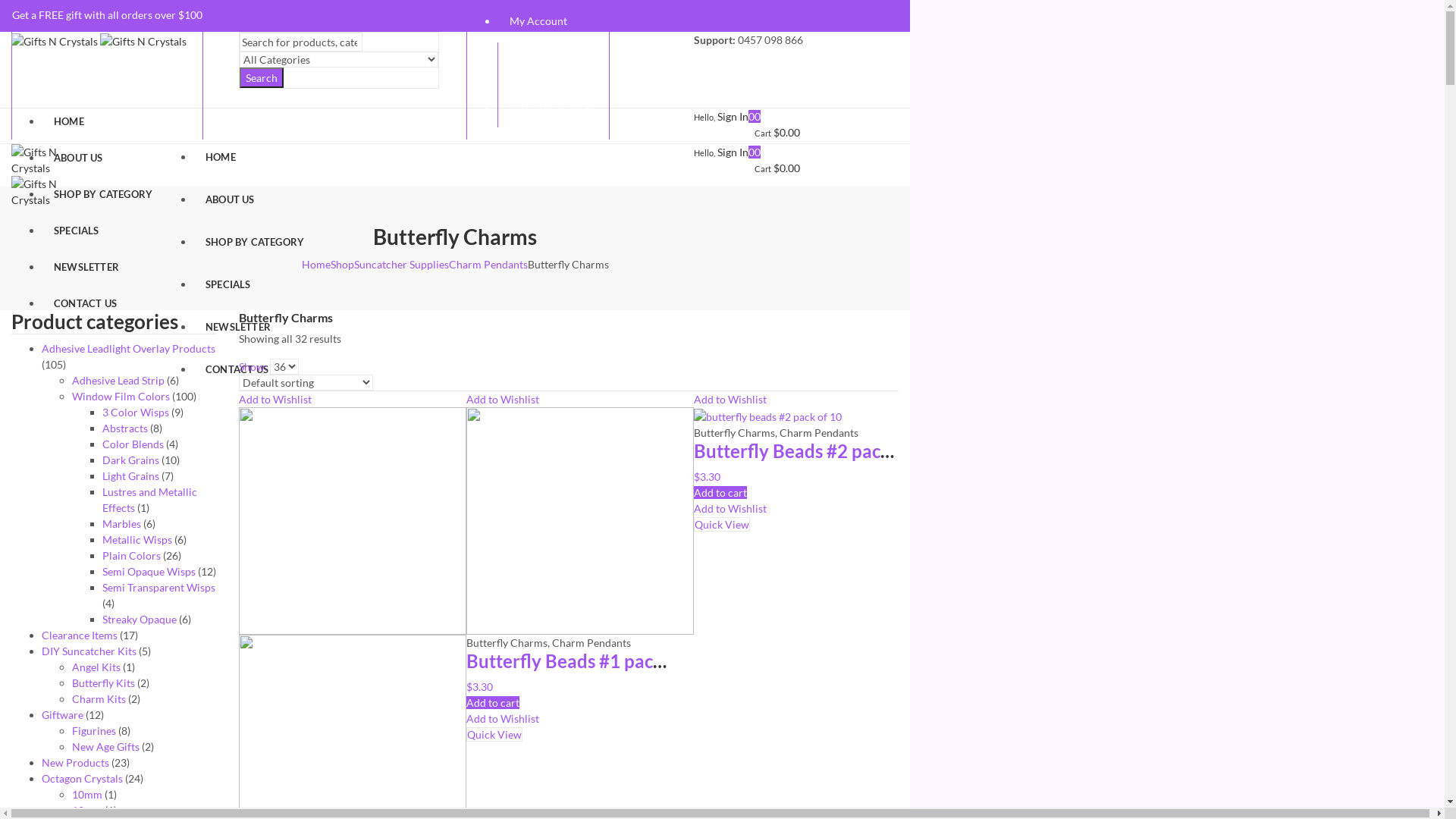 The width and height of the screenshot is (1456, 819). What do you see at coordinates (465, 702) in the screenshot?
I see `'Add to cart'` at bounding box center [465, 702].